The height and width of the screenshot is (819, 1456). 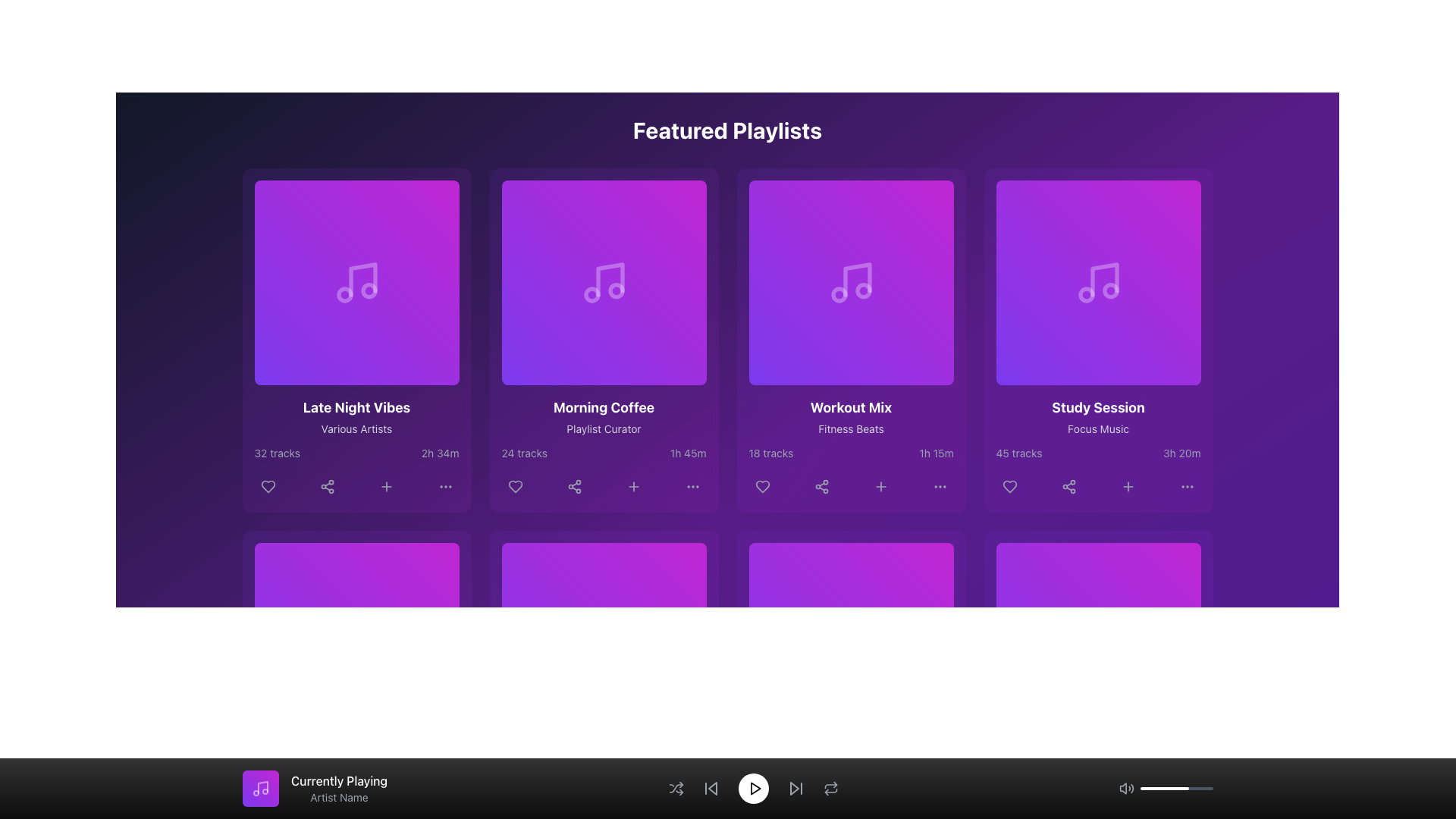 What do you see at coordinates (314, 788) in the screenshot?
I see `the 'Currently Playing' text and icon display component, which features a purple gradient square icon with a white music note and the text 'Currently Playing' in bold white font` at bounding box center [314, 788].